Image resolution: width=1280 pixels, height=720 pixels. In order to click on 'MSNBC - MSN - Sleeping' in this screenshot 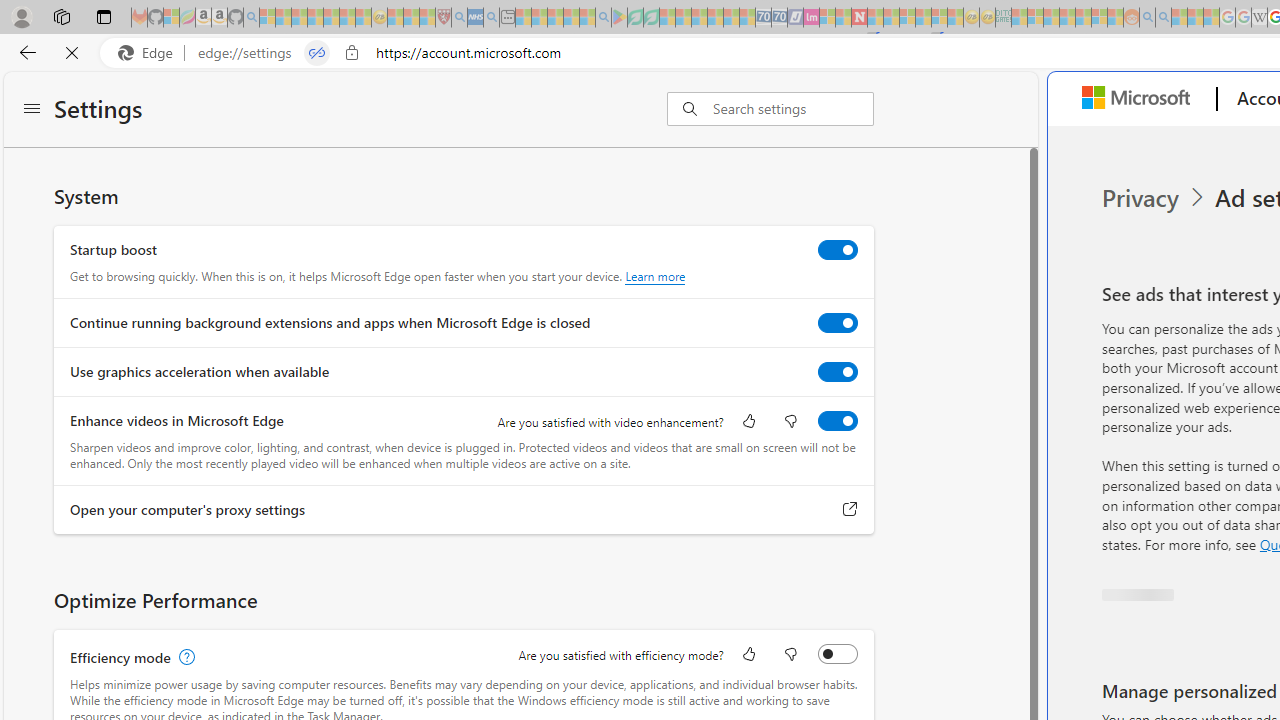, I will do `click(1019, 17)`.